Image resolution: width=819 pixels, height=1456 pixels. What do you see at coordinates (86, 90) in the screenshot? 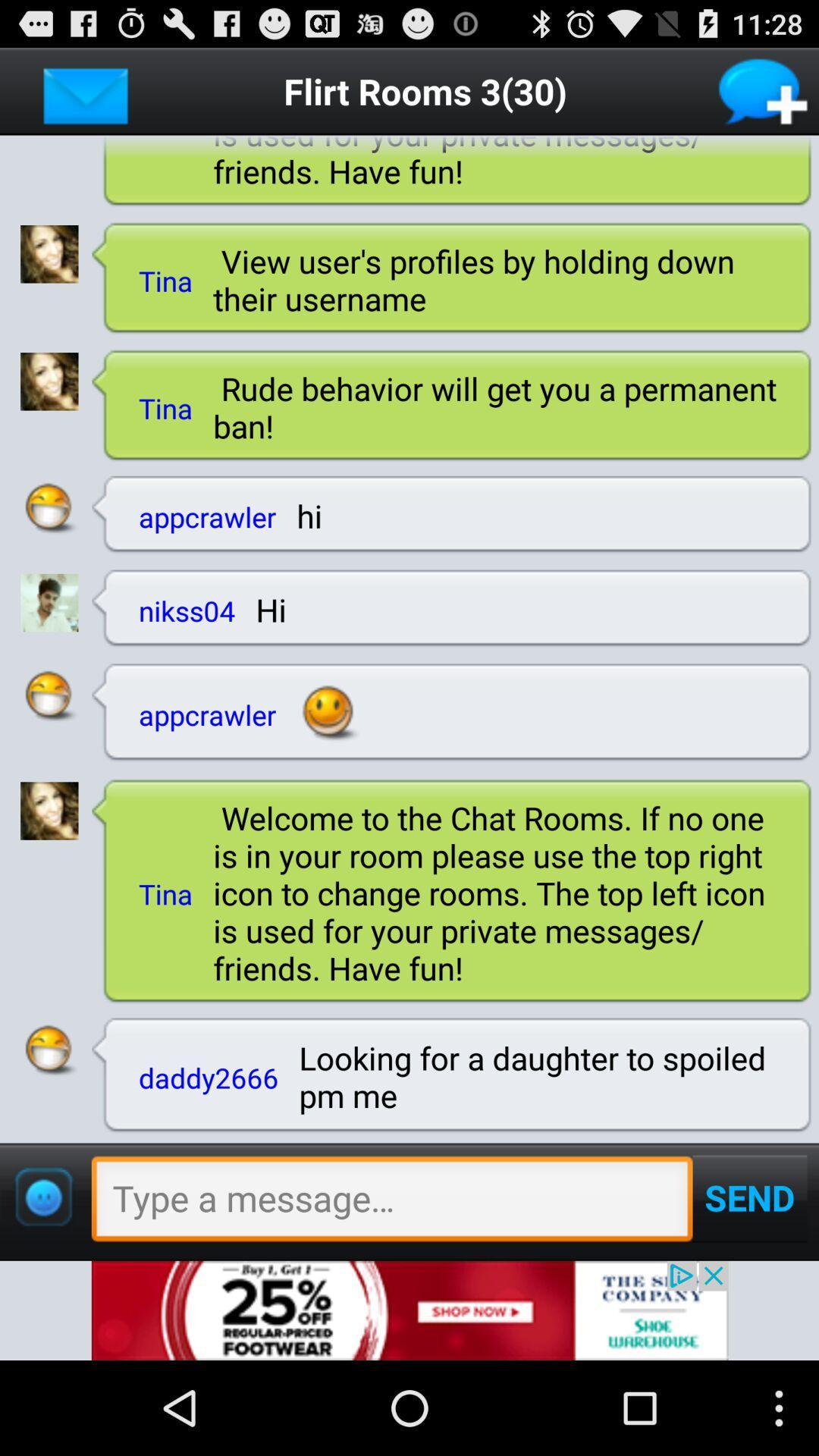
I see `open inbox` at bounding box center [86, 90].